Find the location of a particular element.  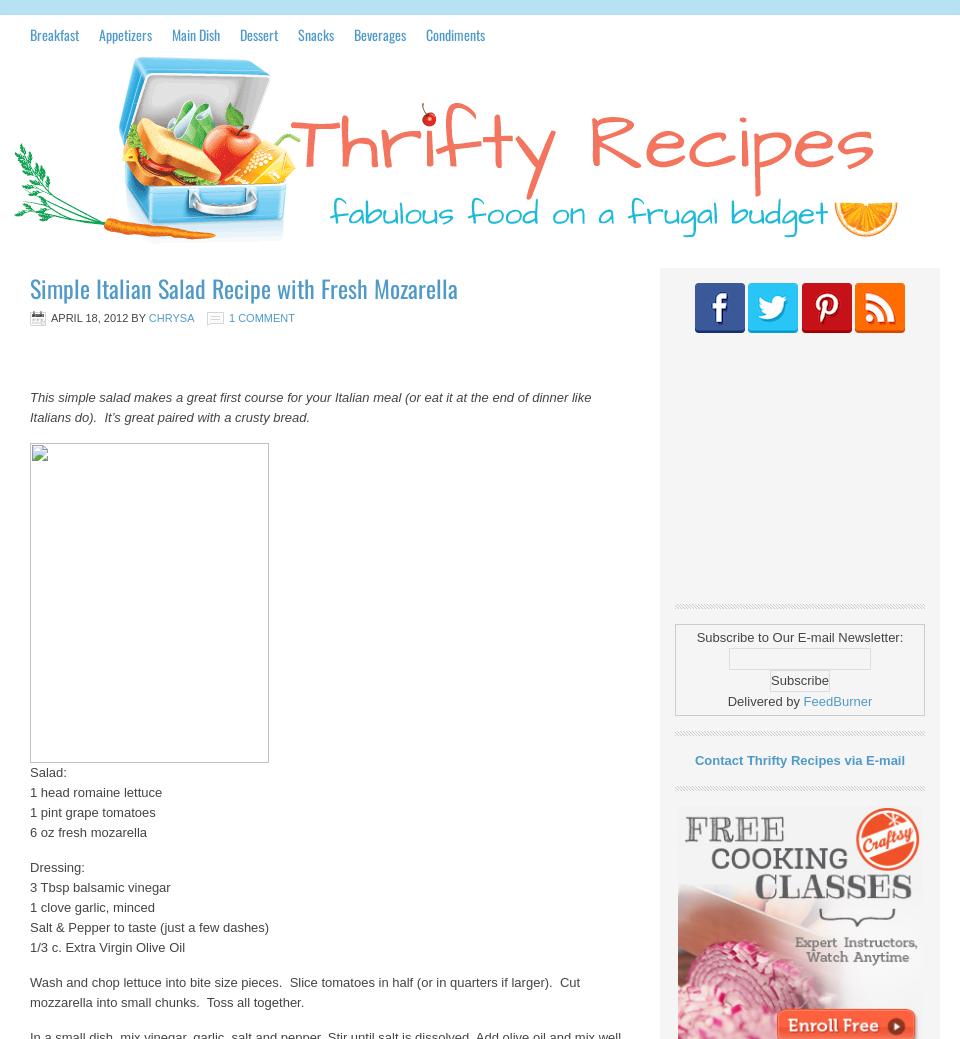

'1 head romaine lettuce' is located at coordinates (96, 791).